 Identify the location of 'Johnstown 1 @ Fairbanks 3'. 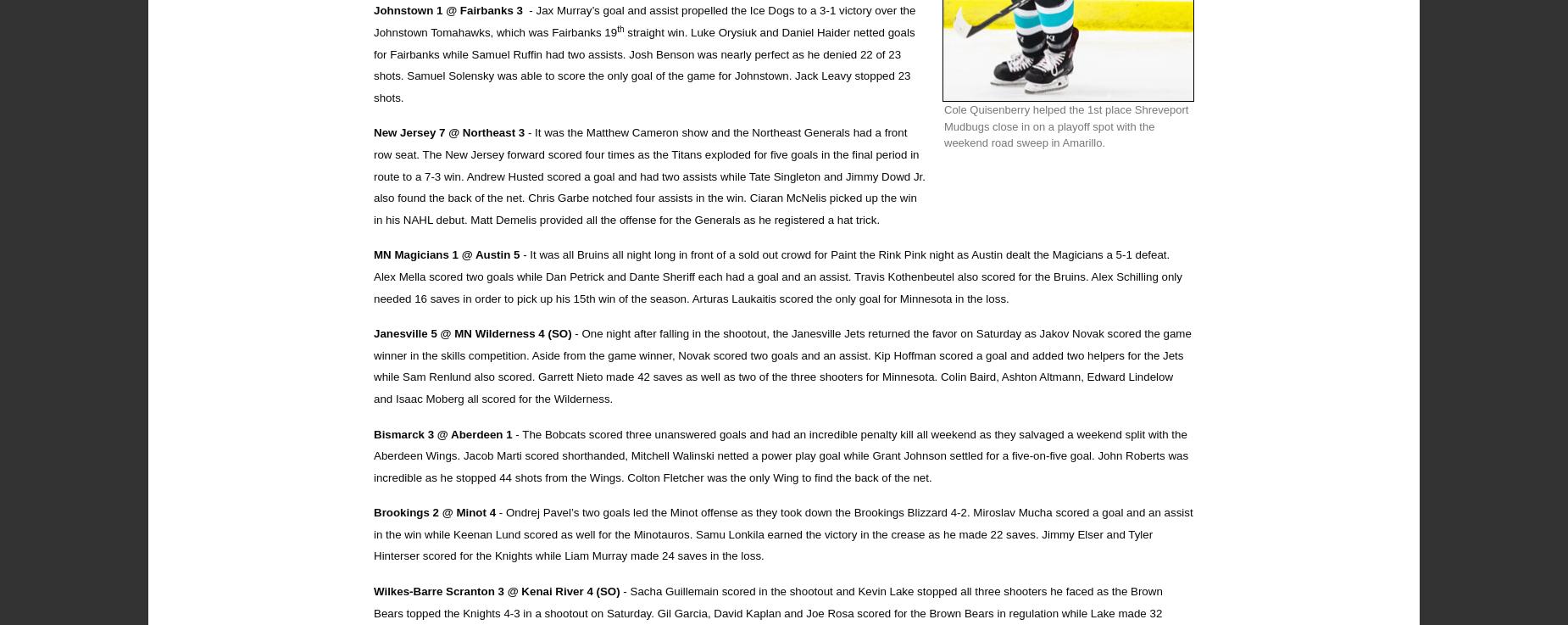
(373, 9).